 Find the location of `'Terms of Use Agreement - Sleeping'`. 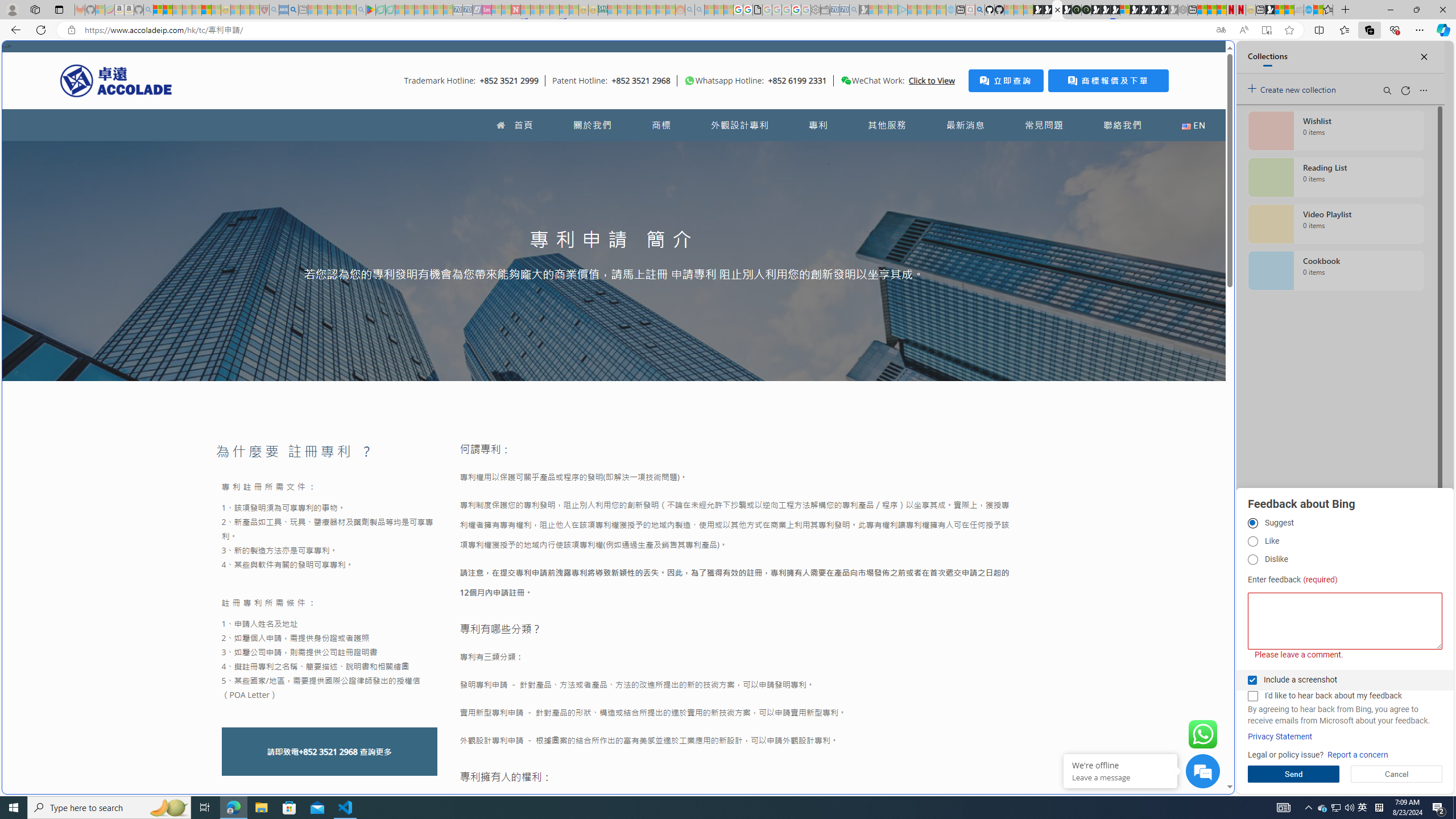

'Terms of Use Agreement - Sleeping' is located at coordinates (380, 9).